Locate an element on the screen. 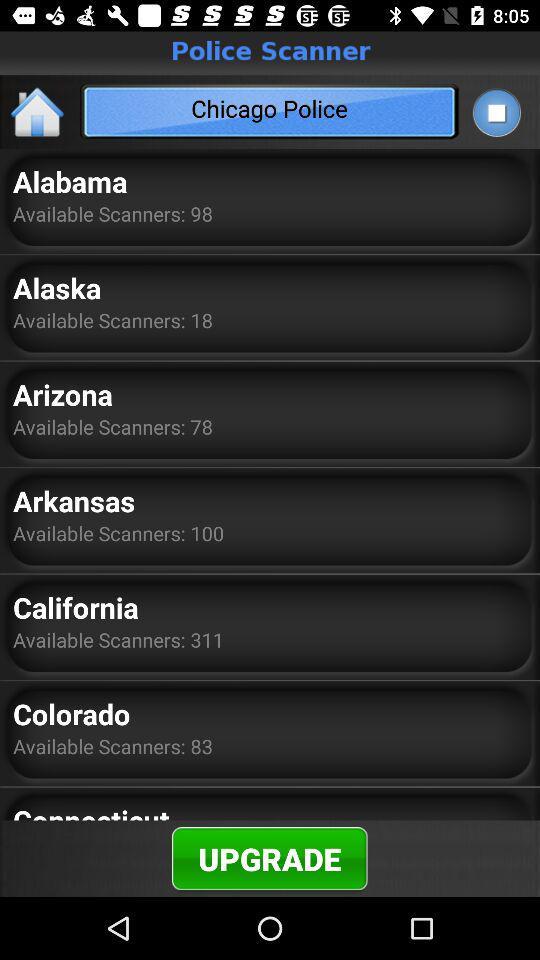 The image size is (540, 960). the app below available scanners: 18 item is located at coordinates (63, 393).